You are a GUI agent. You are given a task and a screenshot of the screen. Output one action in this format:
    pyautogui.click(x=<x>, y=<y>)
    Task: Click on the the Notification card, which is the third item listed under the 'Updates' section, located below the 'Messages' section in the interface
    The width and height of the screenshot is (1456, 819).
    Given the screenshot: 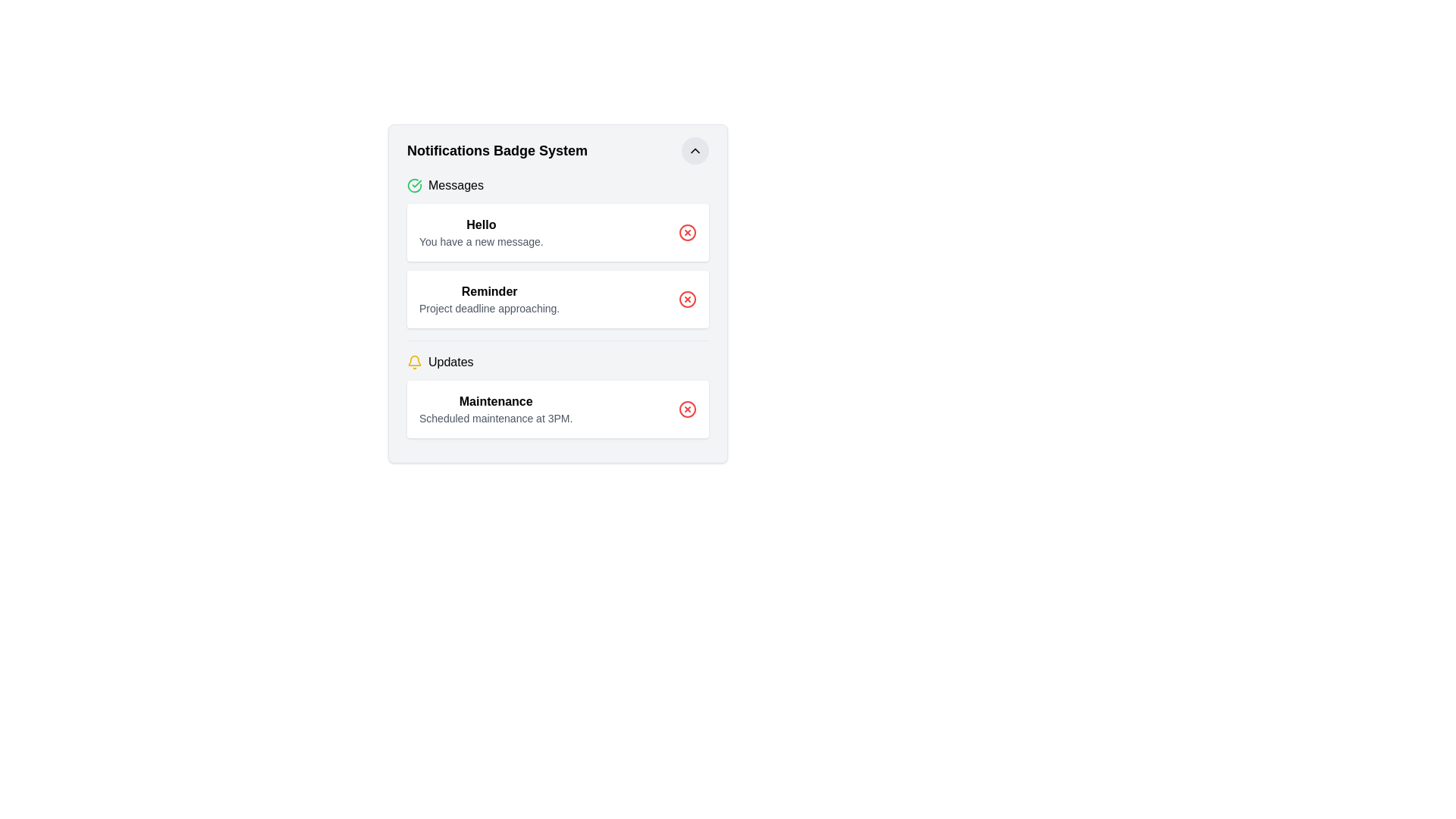 What is the action you would take?
    pyautogui.click(x=557, y=409)
    